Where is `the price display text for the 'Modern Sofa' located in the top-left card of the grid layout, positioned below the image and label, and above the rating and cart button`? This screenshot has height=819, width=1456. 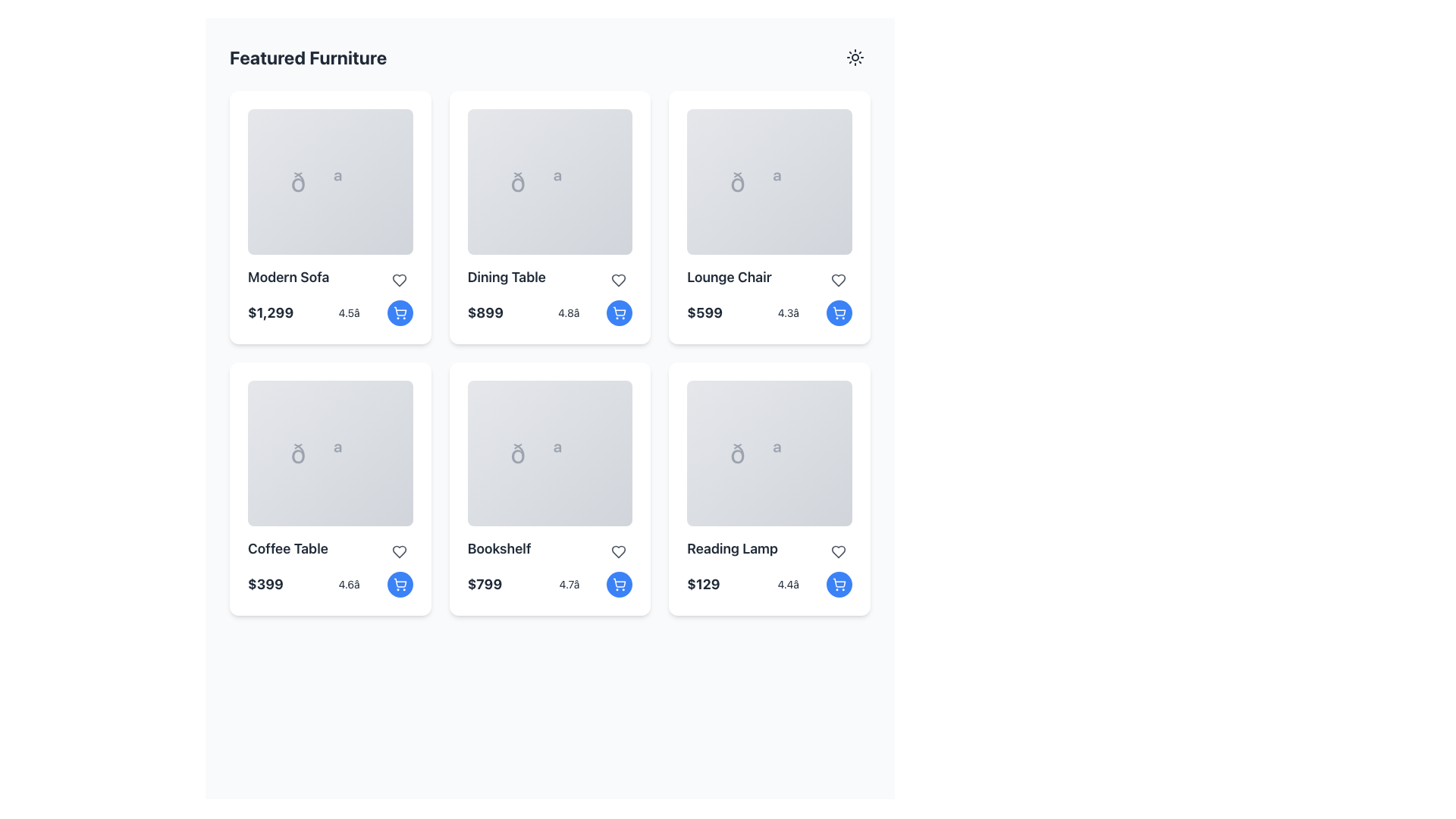
the price display text for the 'Modern Sofa' located in the top-left card of the grid layout, positioned below the image and label, and above the rating and cart button is located at coordinates (271, 312).